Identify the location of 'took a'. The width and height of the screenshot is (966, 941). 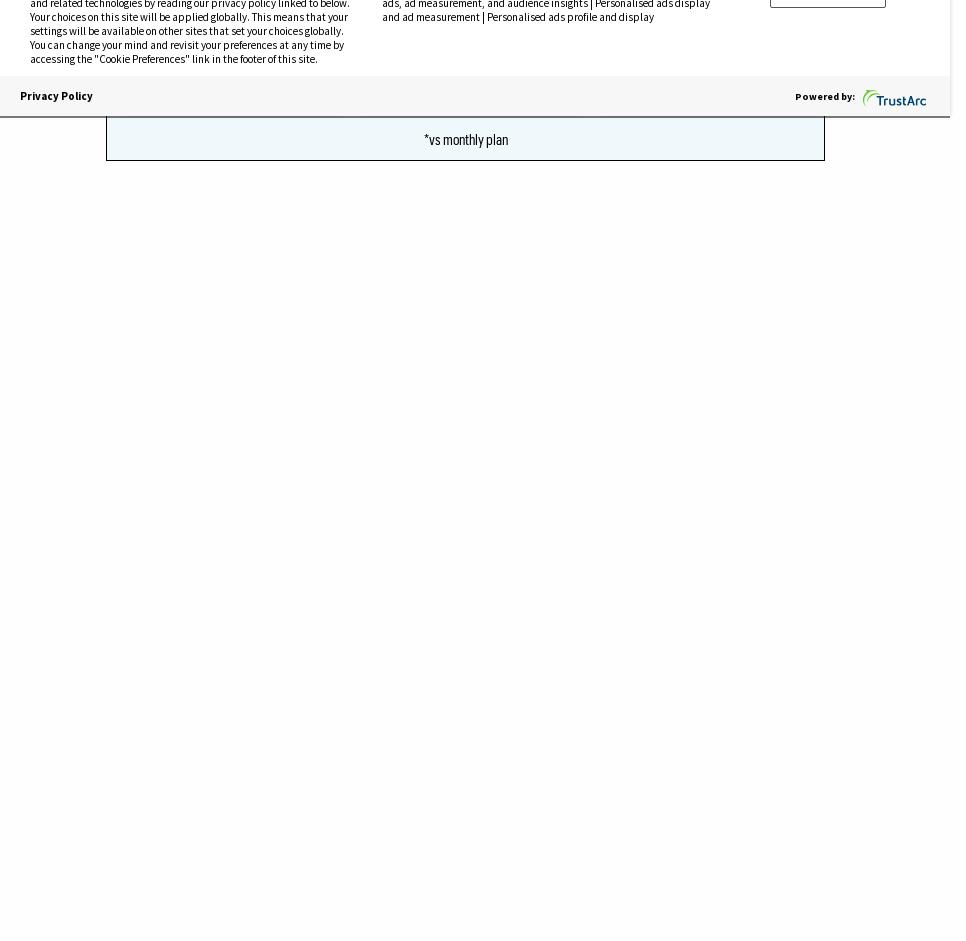
(285, 195).